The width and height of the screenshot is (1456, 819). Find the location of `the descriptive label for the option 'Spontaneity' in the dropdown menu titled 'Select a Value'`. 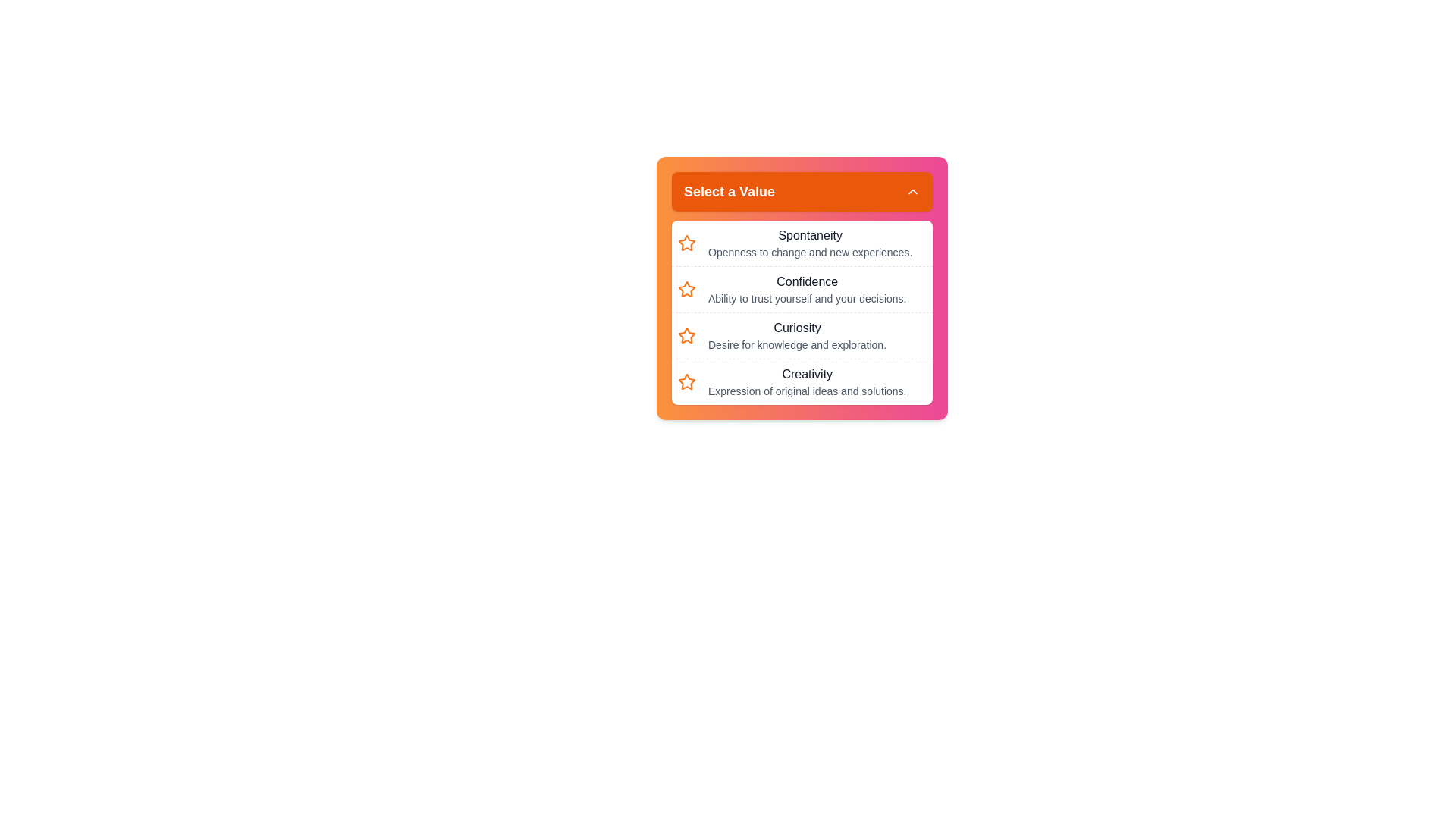

the descriptive label for the option 'Spontaneity' in the dropdown menu titled 'Select a Value' is located at coordinates (809, 236).